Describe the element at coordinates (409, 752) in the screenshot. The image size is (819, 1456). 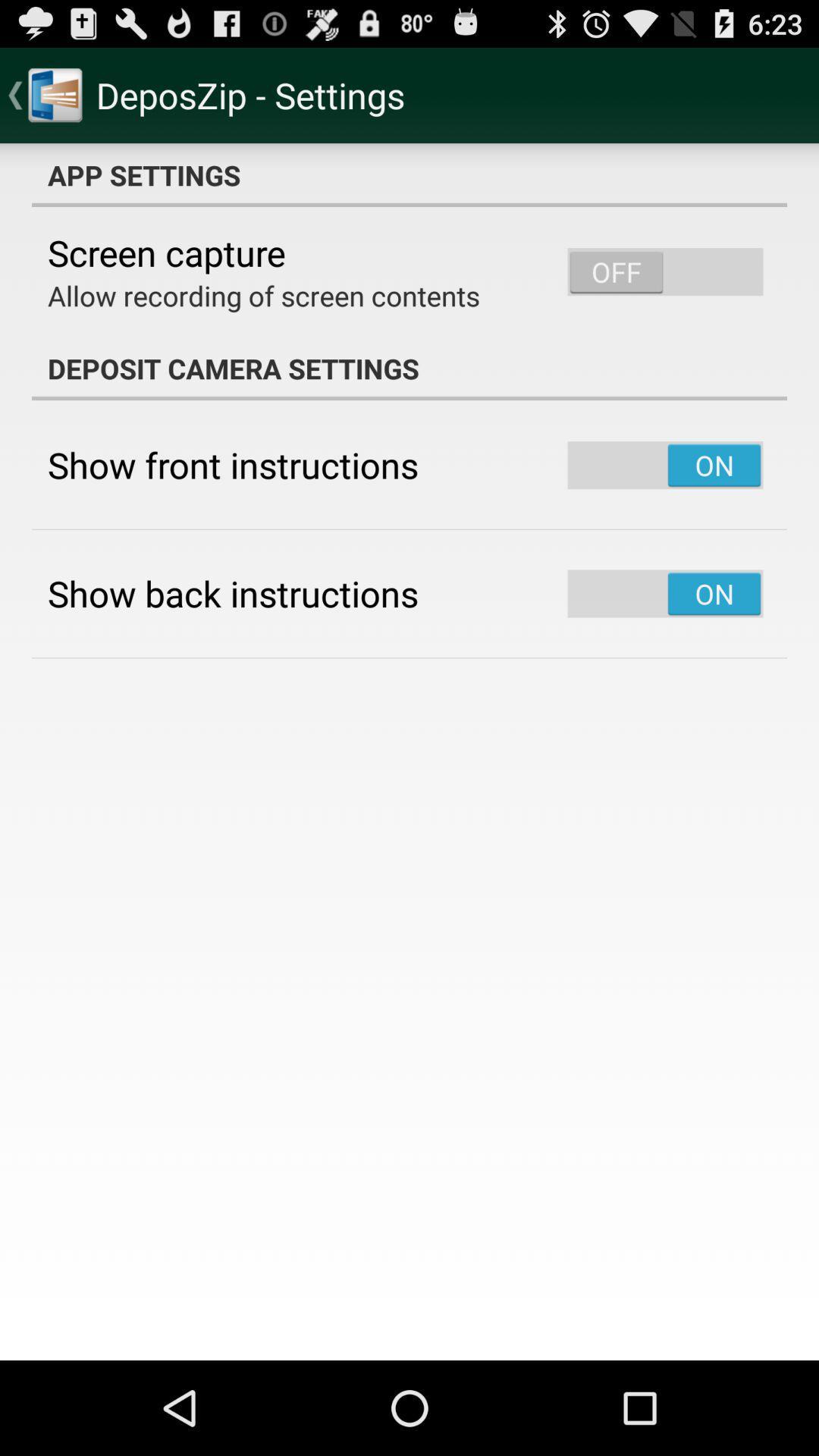
I see `the item at the center` at that location.